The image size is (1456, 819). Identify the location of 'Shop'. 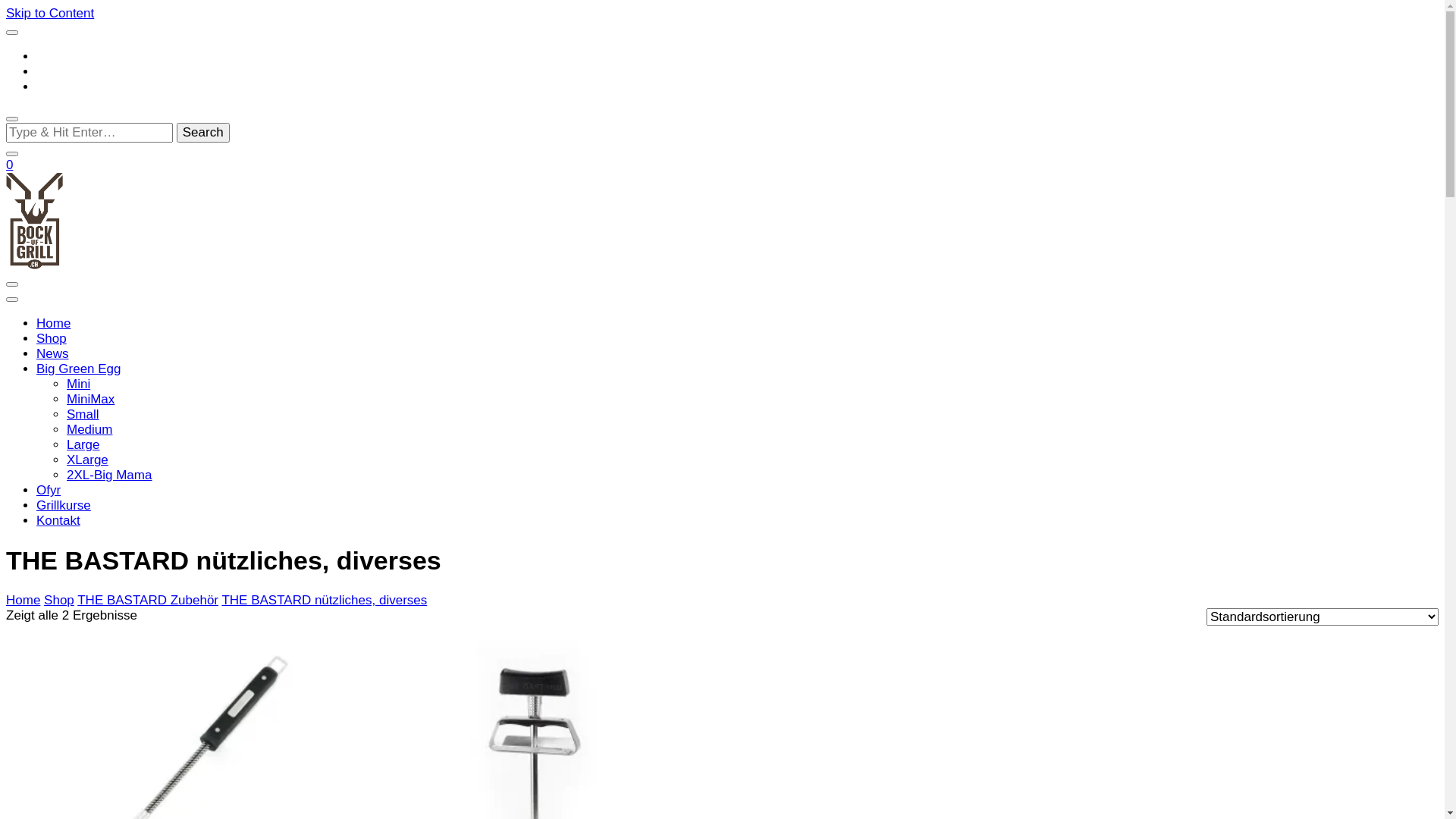
(51, 337).